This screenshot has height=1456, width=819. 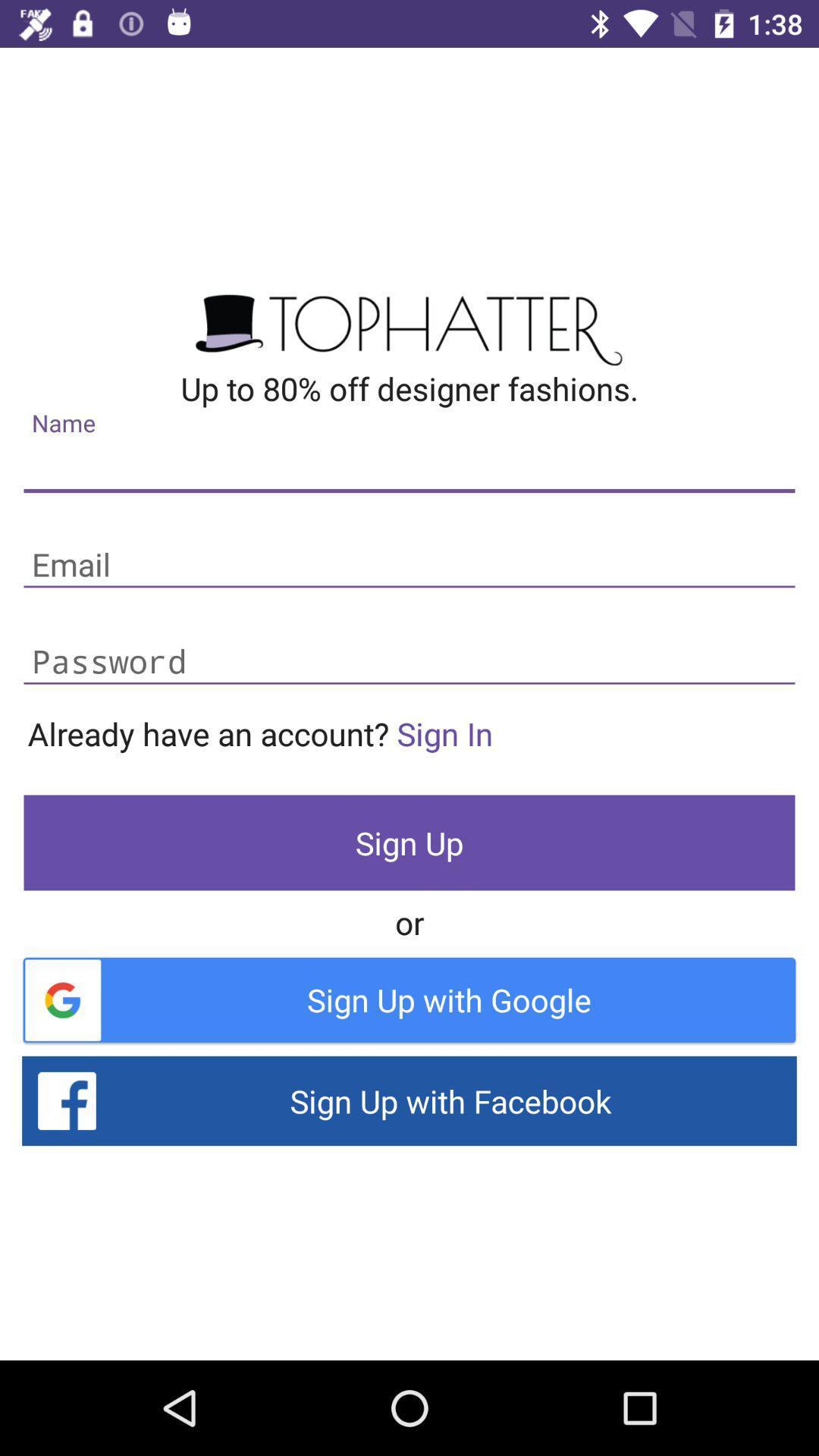 What do you see at coordinates (409, 662) in the screenshot?
I see `fill the option` at bounding box center [409, 662].